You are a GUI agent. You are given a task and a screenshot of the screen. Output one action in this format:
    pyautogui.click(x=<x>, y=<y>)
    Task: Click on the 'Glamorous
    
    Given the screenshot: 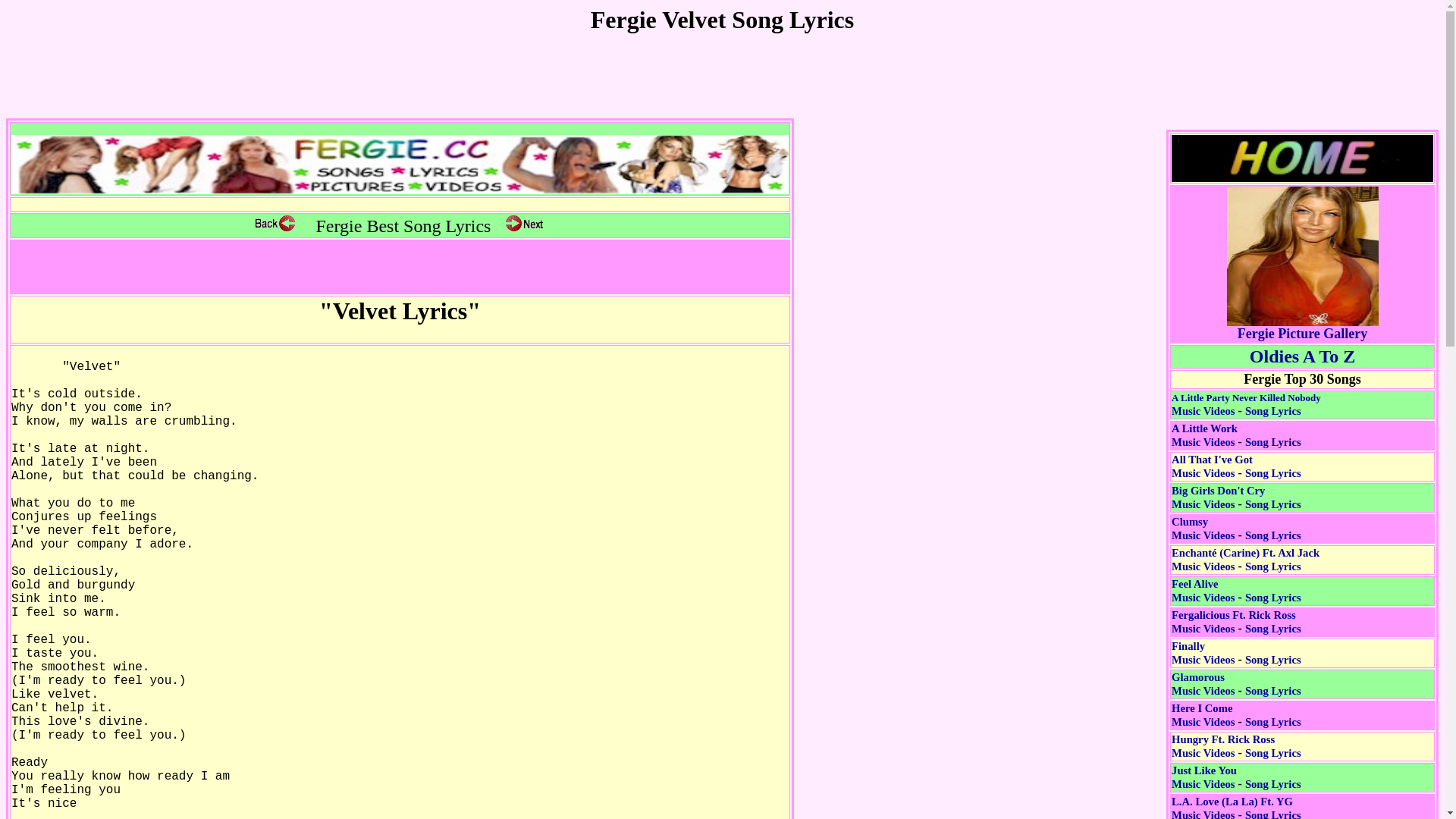 What is the action you would take?
    pyautogui.click(x=1202, y=684)
    